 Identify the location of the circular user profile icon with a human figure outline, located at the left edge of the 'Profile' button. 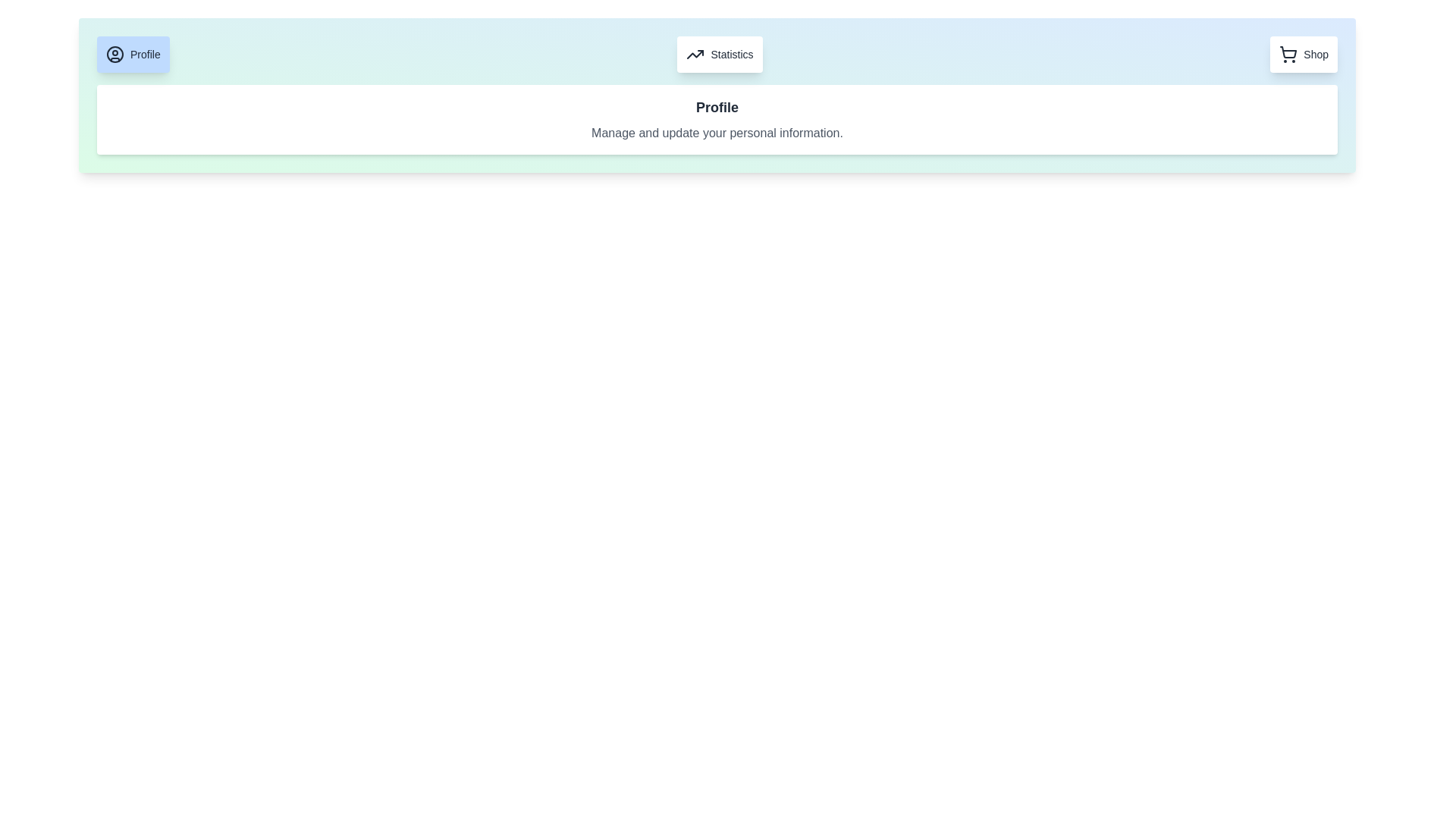
(115, 54).